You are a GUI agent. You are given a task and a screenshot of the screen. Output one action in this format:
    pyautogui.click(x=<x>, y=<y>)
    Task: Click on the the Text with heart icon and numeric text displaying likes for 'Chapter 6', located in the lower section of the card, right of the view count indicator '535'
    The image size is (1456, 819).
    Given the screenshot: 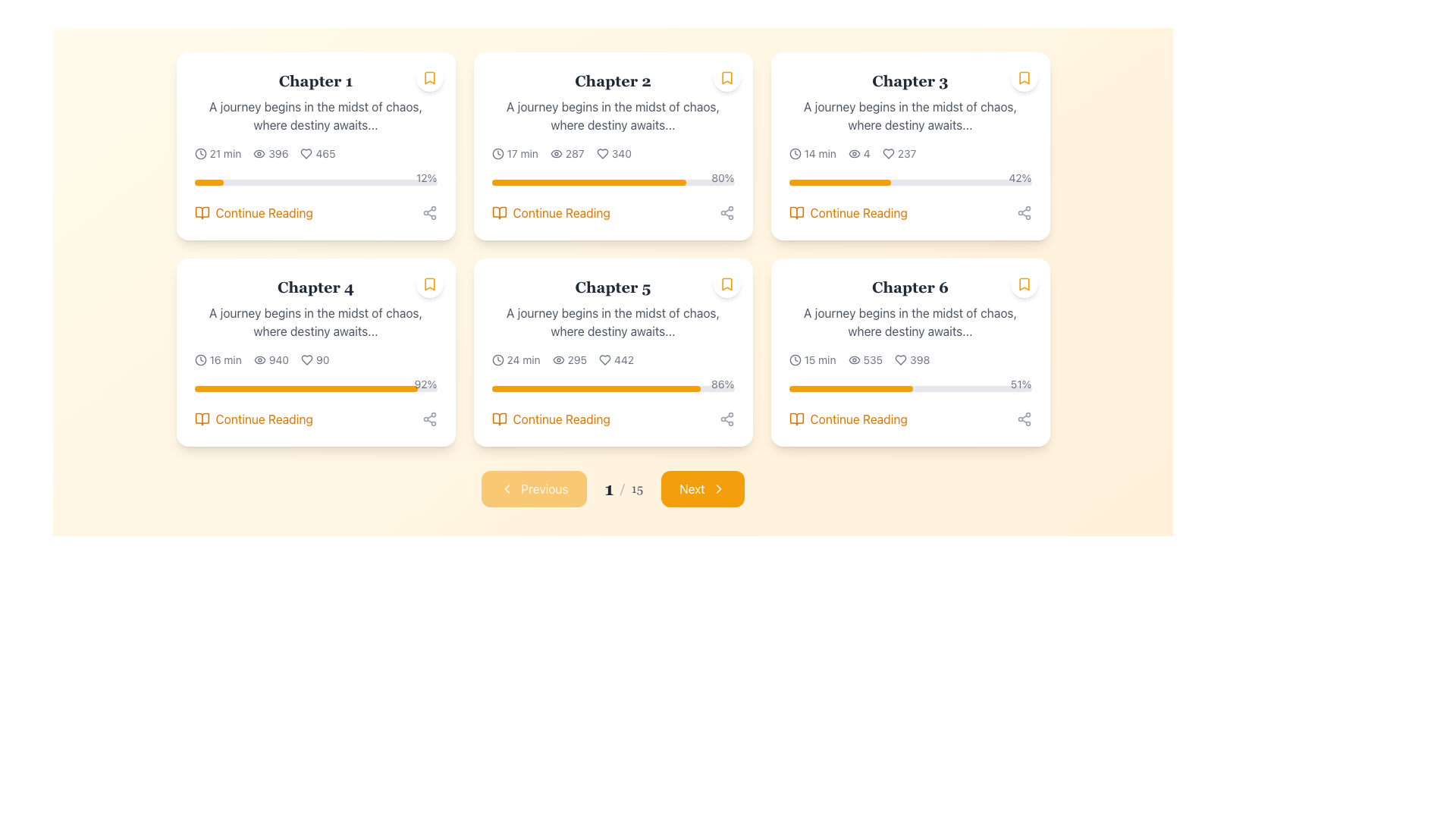 What is the action you would take?
    pyautogui.click(x=912, y=359)
    